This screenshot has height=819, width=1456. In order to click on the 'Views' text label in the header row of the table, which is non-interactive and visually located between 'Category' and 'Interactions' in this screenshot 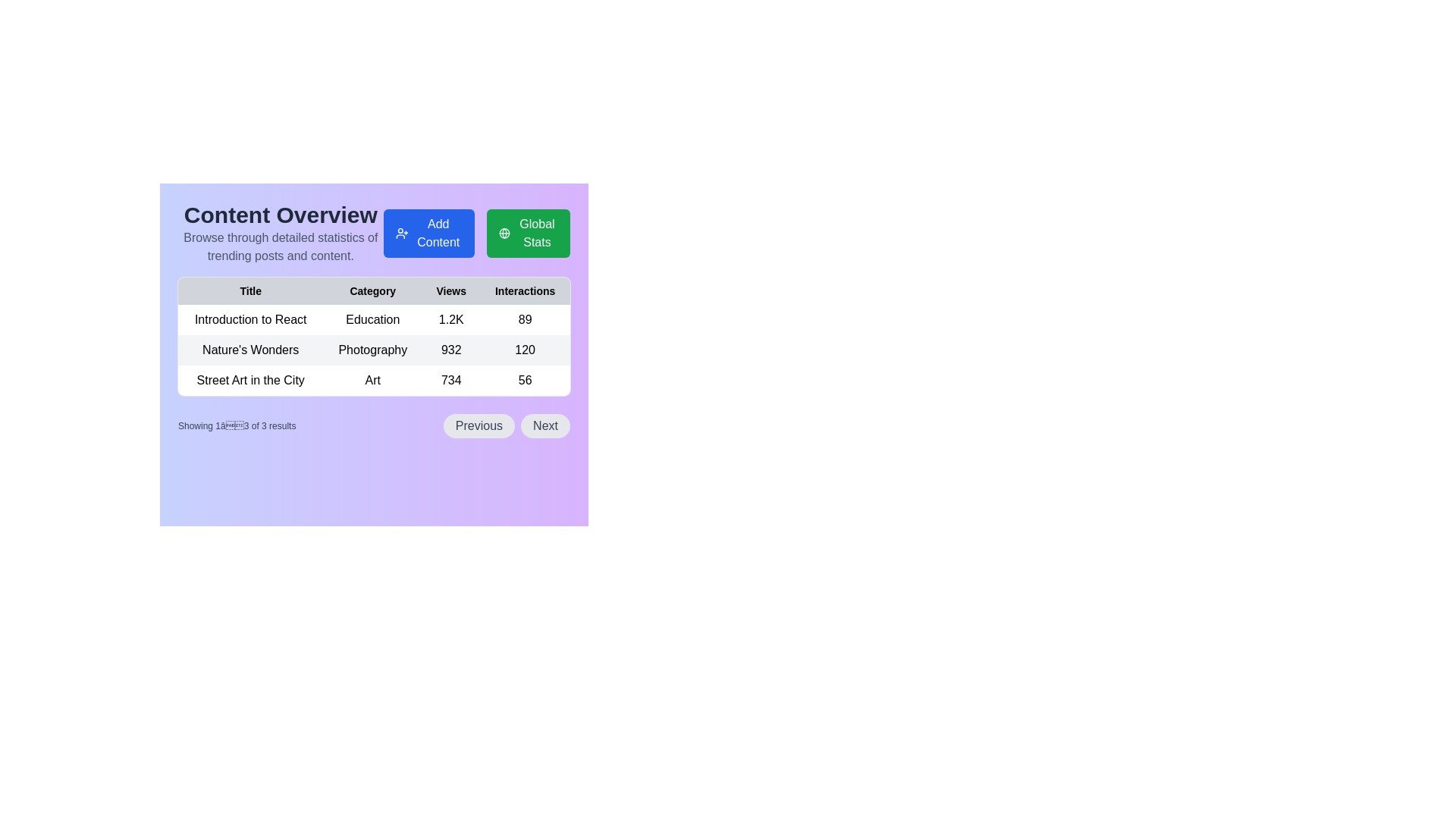, I will do `click(450, 291)`.